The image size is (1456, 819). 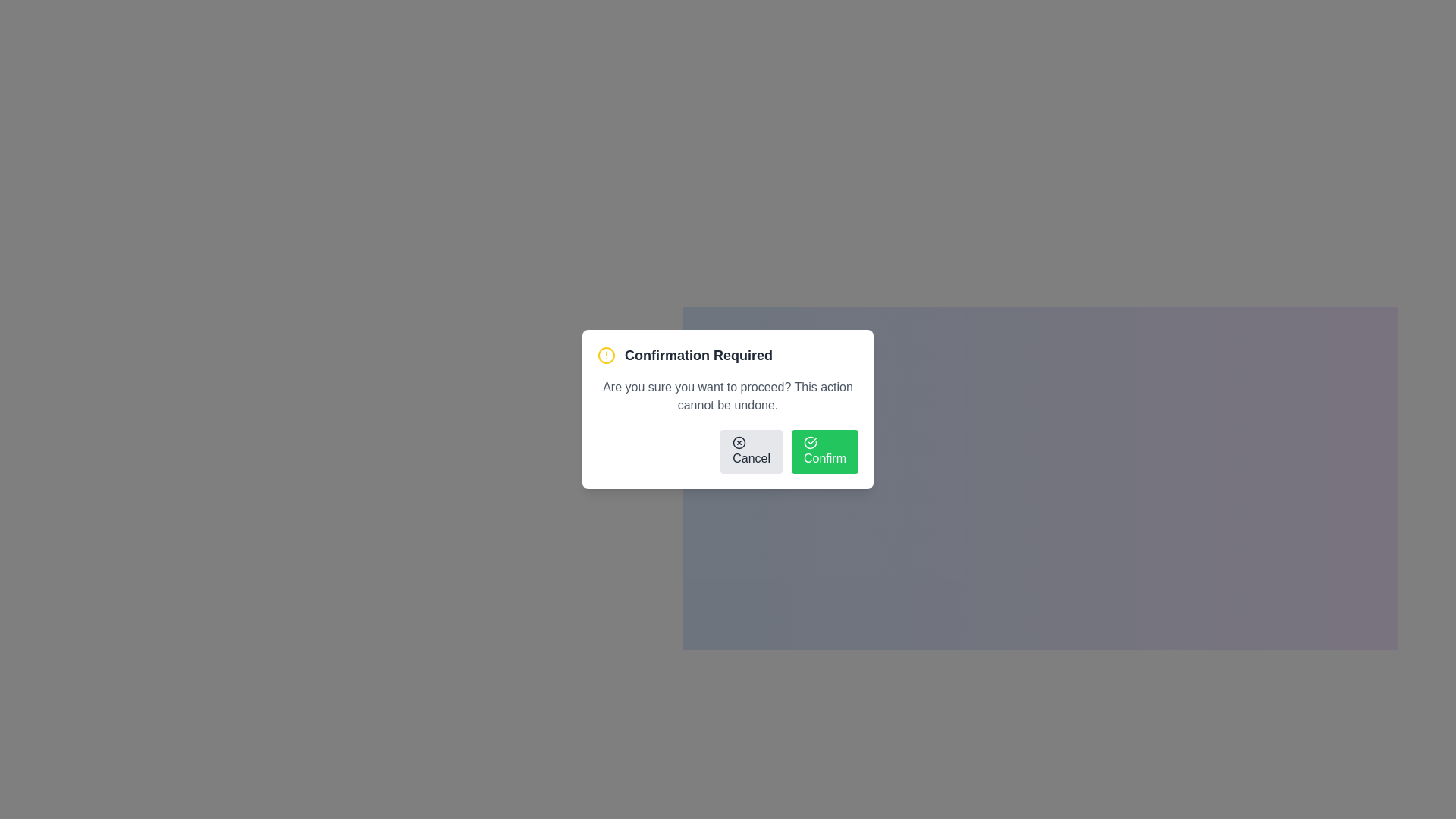 I want to click on the informative message text in the confirmation dialog, which is located directly beneath the heading 'Confirmation Required' and above the buttons 'Cancel' and 'Confirm', so click(x=728, y=396).